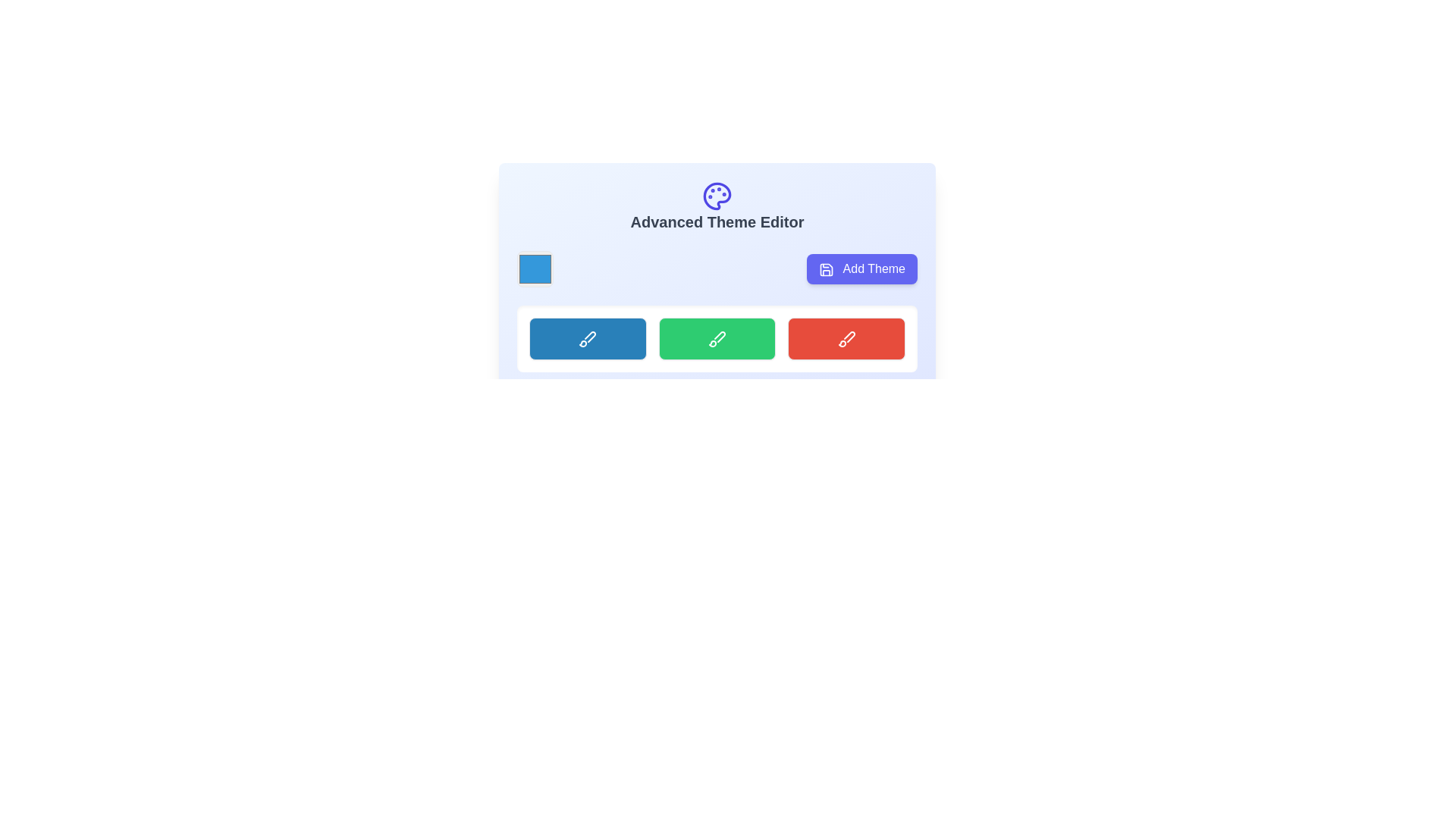 The image size is (1456, 819). What do you see at coordinates (846, 338) in the screenshot?
I see `the rectangular button with a red background and white brush icon, located on the bottom row of the grid layout as the third button` at bounding box center [846, 338].